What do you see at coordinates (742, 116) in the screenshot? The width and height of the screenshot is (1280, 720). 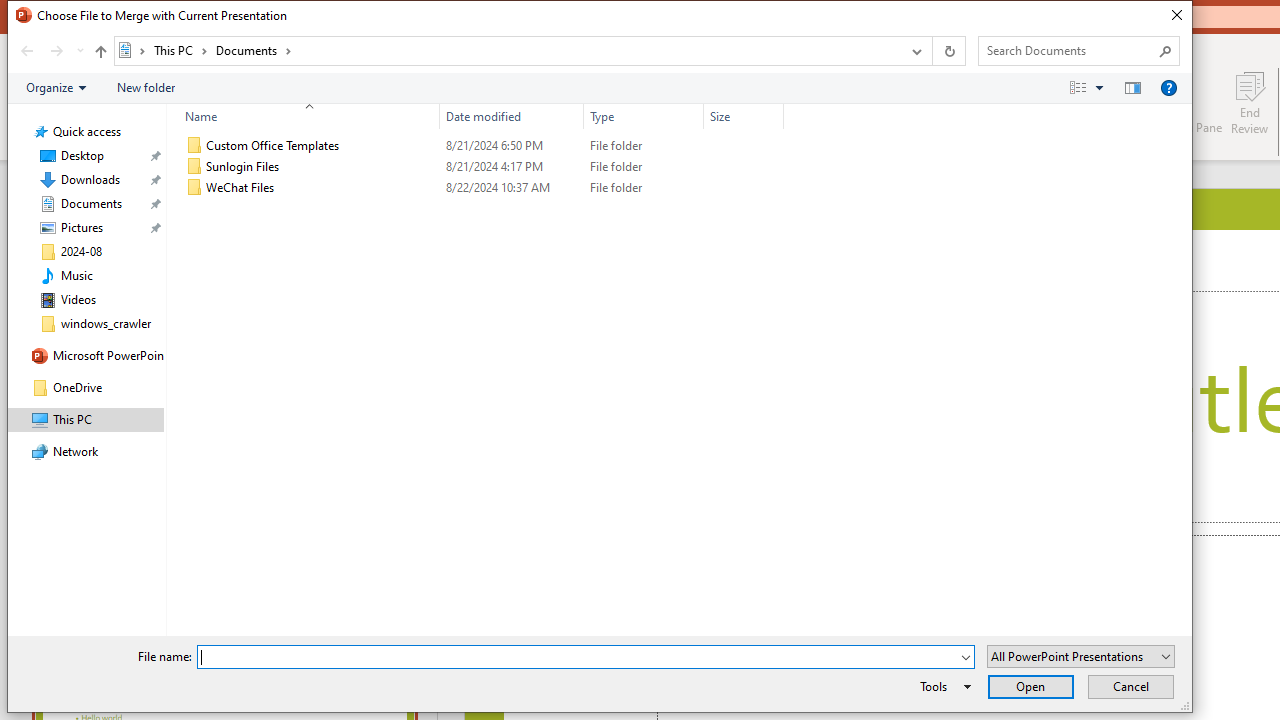 I see `'Size'` at bounding box center [742, 116].